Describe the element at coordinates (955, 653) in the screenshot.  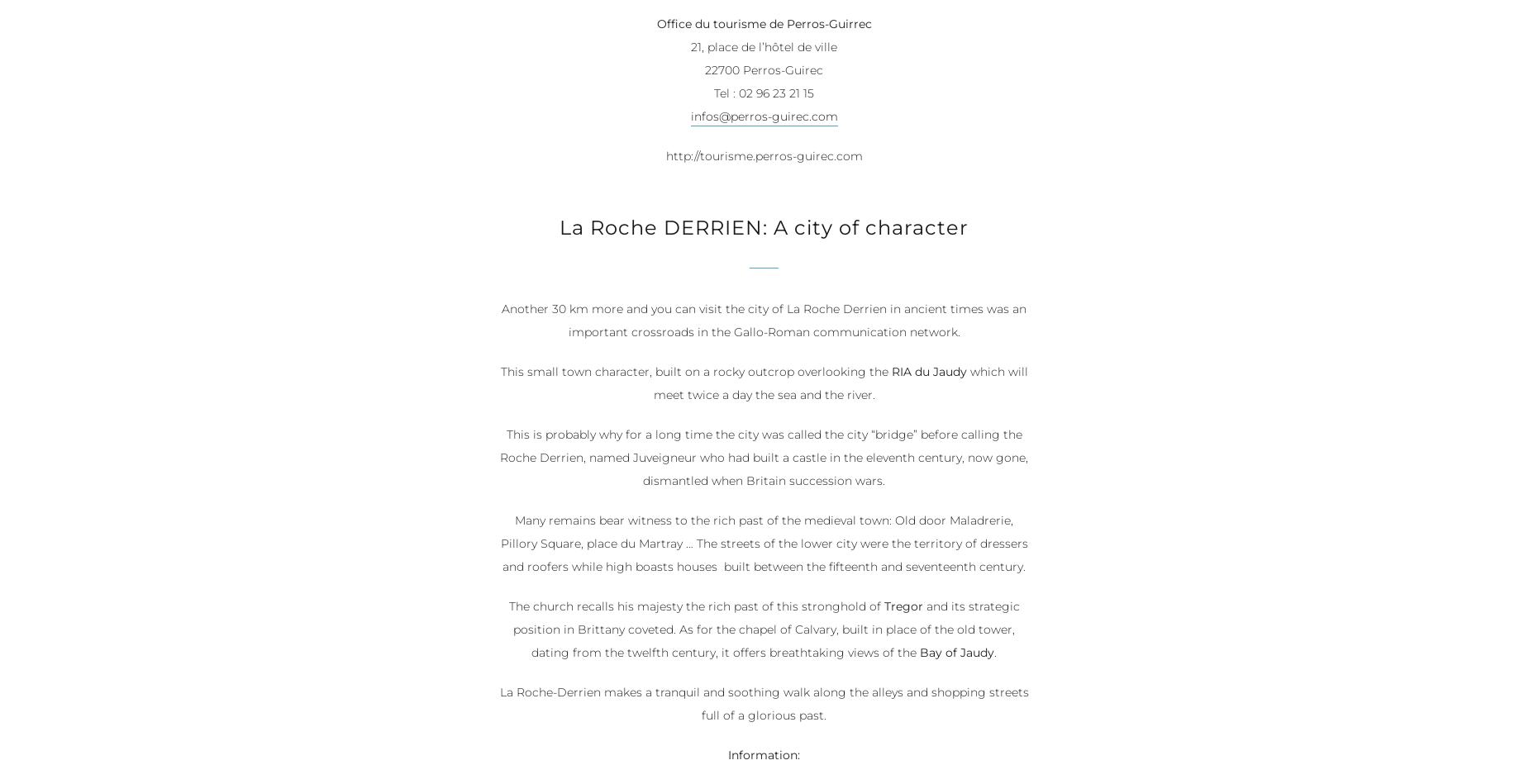
I see `'Bay of Jaudy'` at that location.